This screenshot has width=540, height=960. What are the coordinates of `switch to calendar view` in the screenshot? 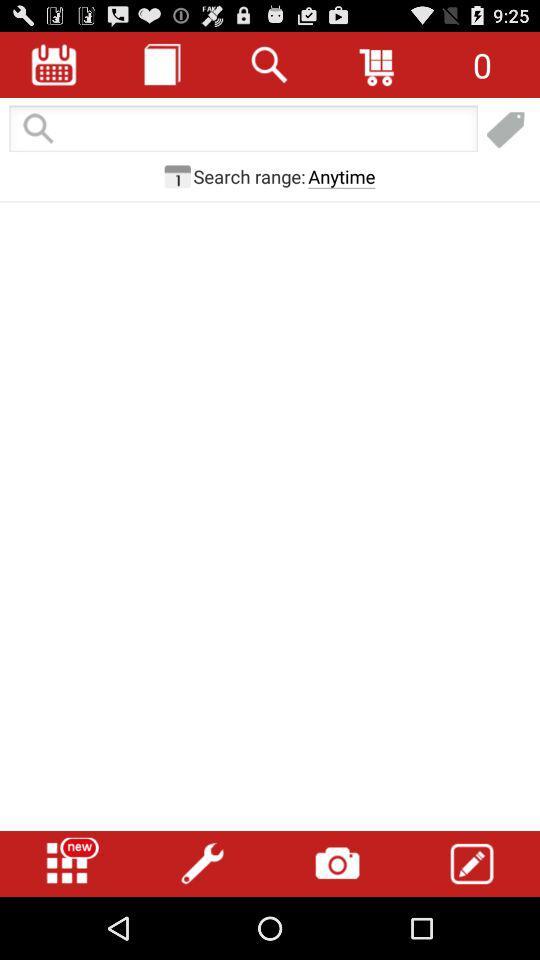 It's located at (54, 64).